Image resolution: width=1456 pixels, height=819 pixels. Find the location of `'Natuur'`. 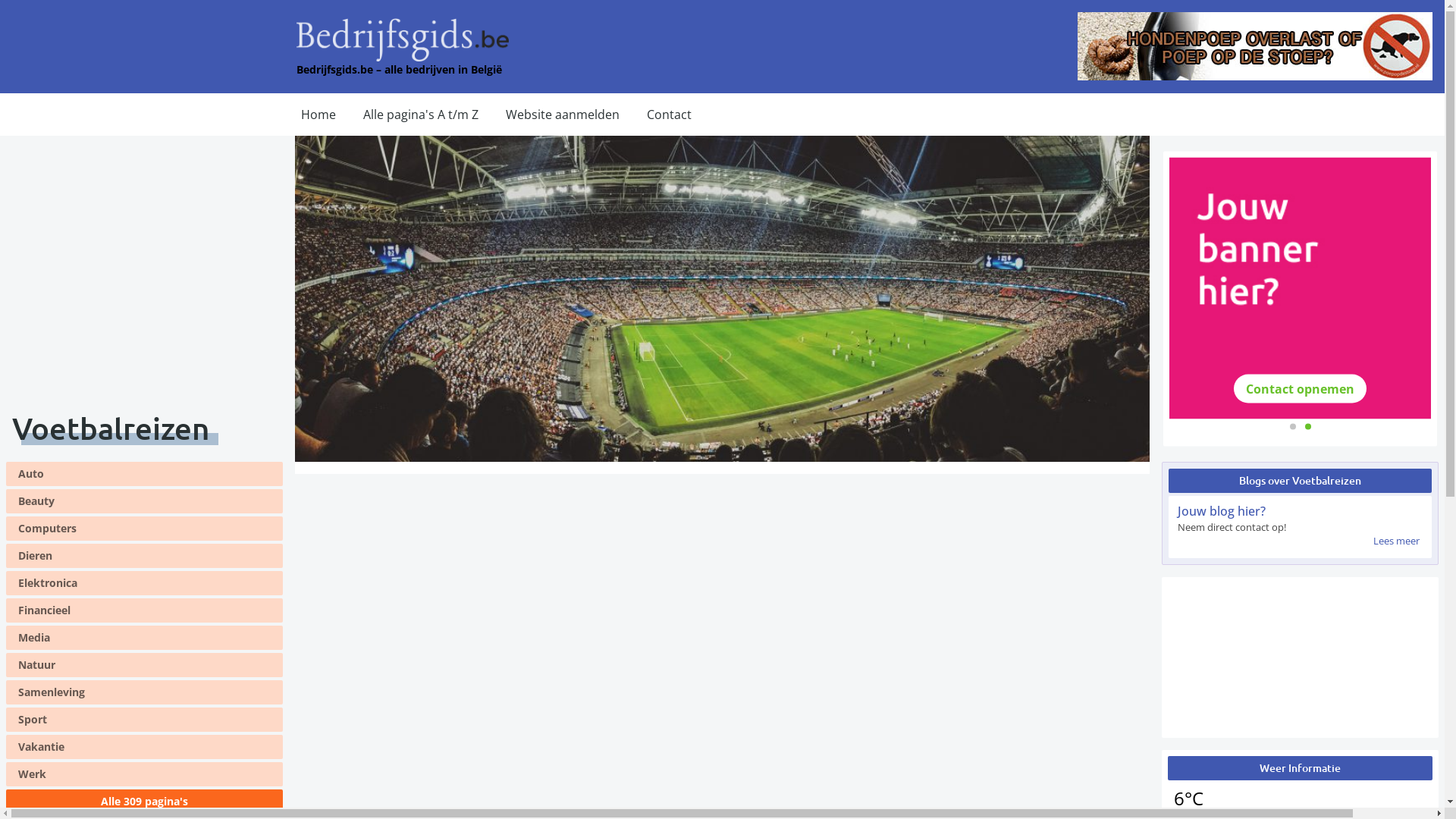

'Natuur' is located at coordinates (6, 664).